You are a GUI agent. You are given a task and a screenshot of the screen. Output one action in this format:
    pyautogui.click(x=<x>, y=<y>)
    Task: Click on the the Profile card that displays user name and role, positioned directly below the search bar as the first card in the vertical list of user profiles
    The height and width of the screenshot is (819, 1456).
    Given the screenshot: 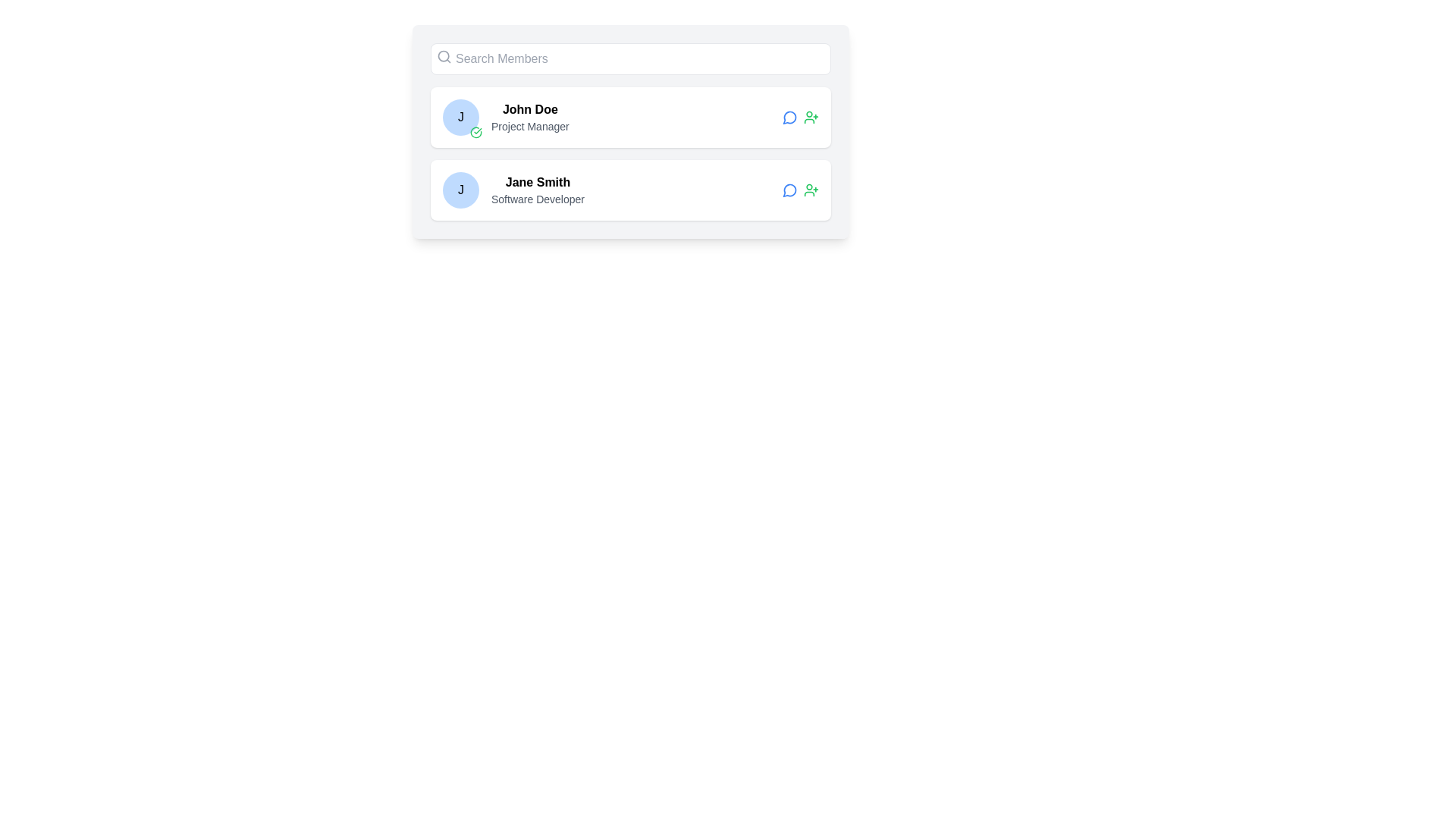 What is the action you would take?
    pyautogui.click(x=630, y=116)
    